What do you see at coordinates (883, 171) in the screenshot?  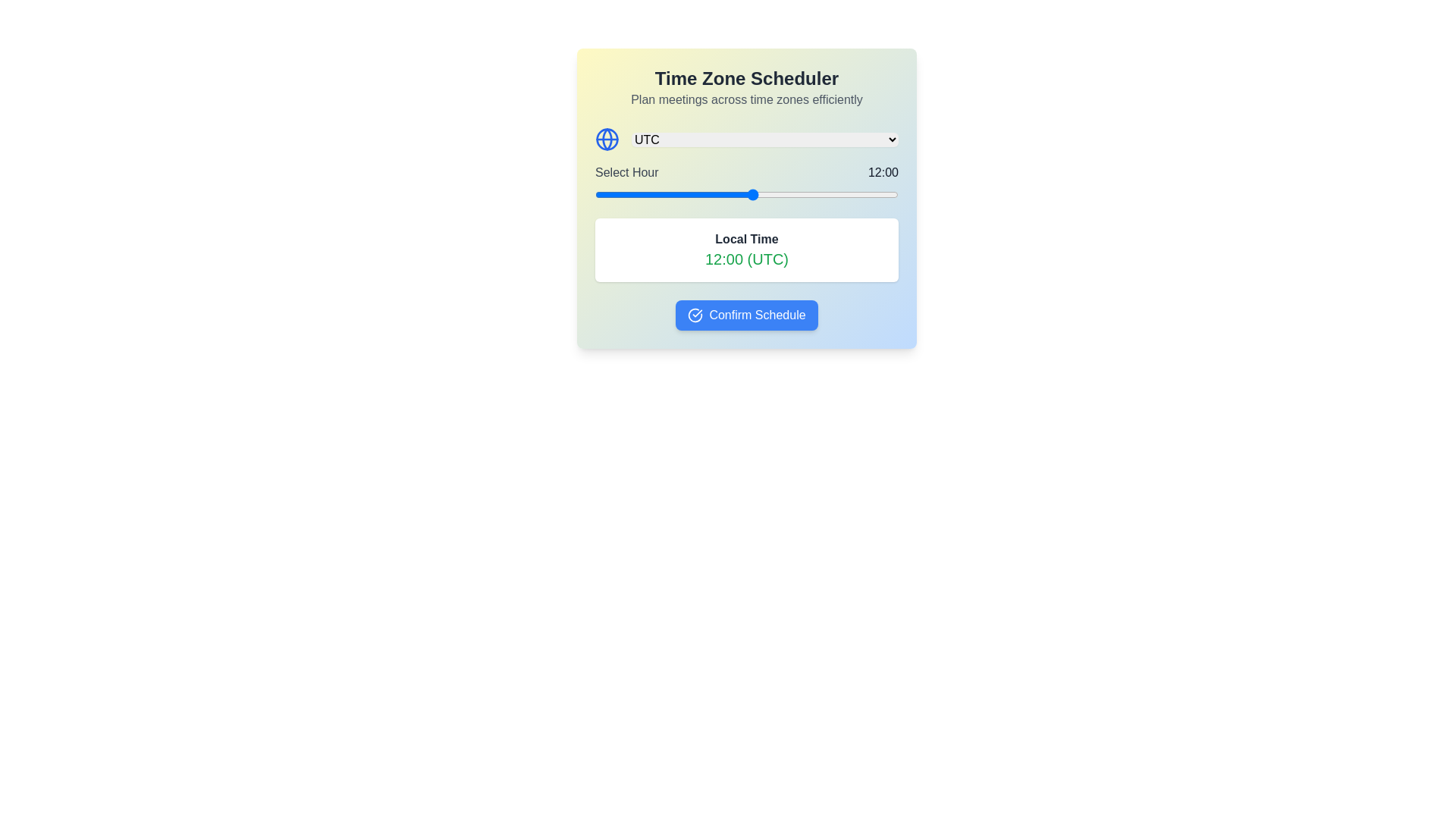 I see `the static text label displaying '12:00', which is positioned to the right of the 'Select Hour' label and aligned with a time selector widget` at bounding box center [883, 171].